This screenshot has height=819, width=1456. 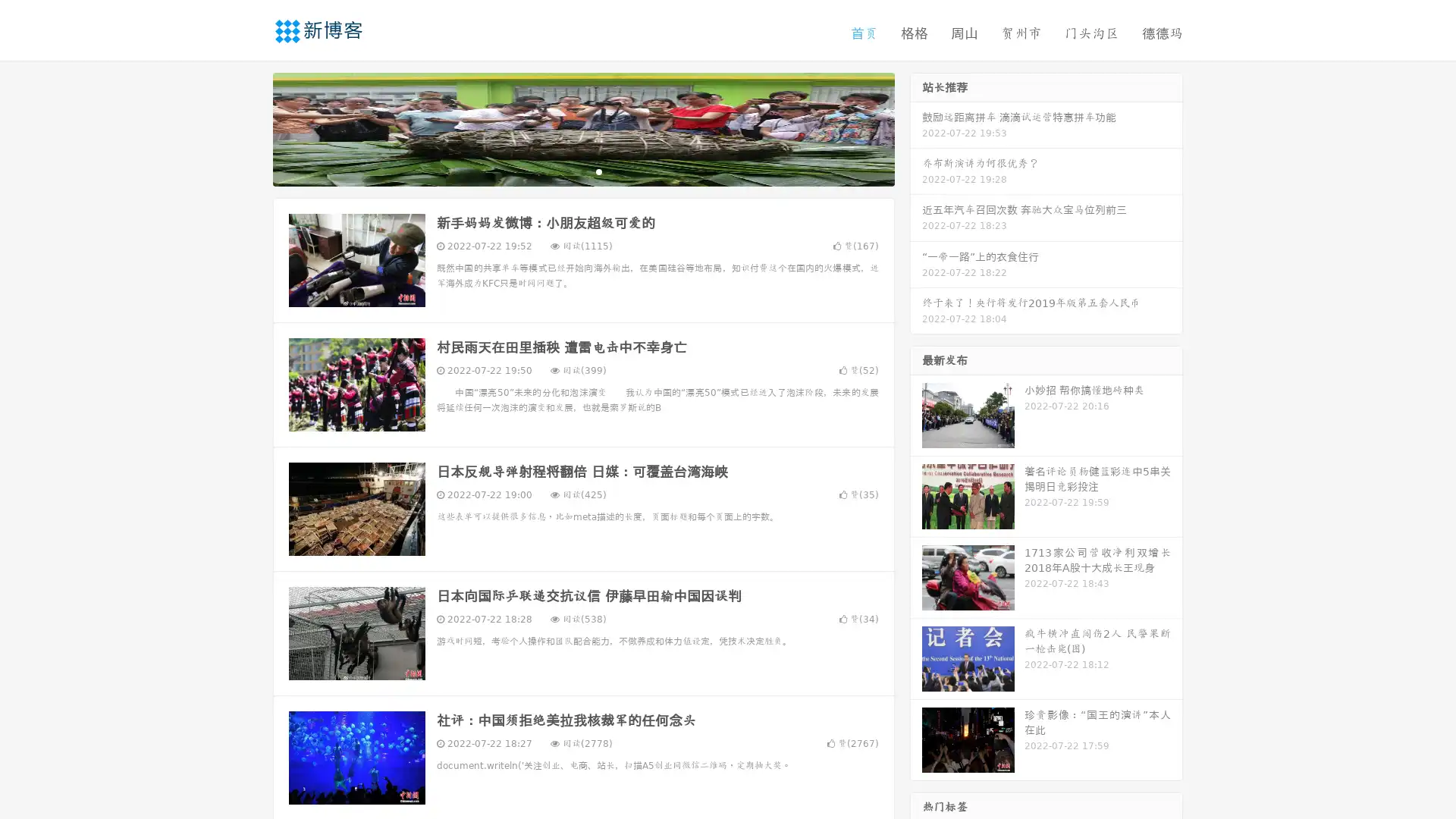 I want to click on Go to slide 2, so click(x=582, y=171).